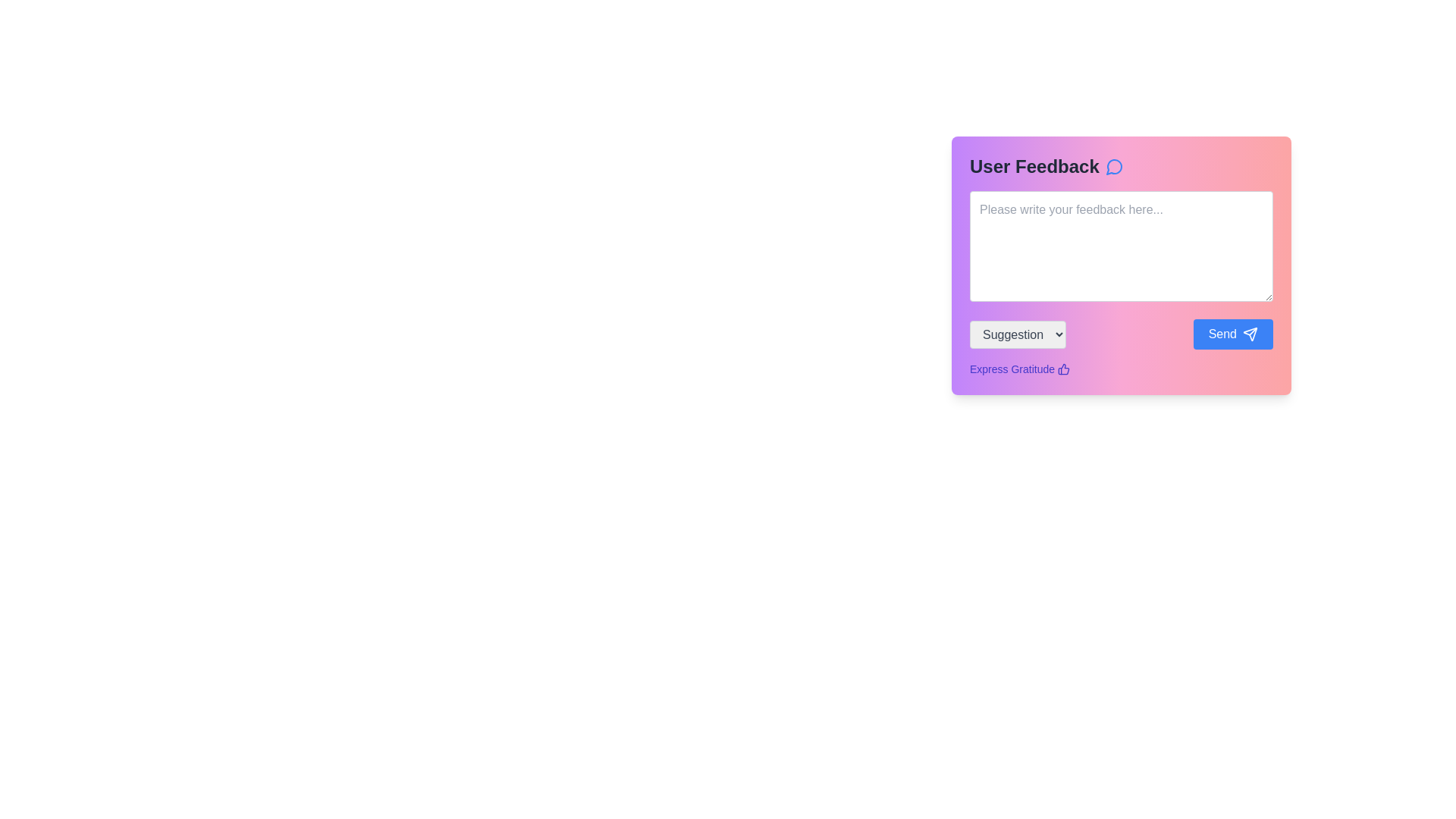 The width and height of the screenshot is (1456, 819). I want to click on the small, wireframe-style 'thumbs-up' icon located to the right of the 'Express Gratitude' text at the bottom of the feedback form, so click(1063, 369).